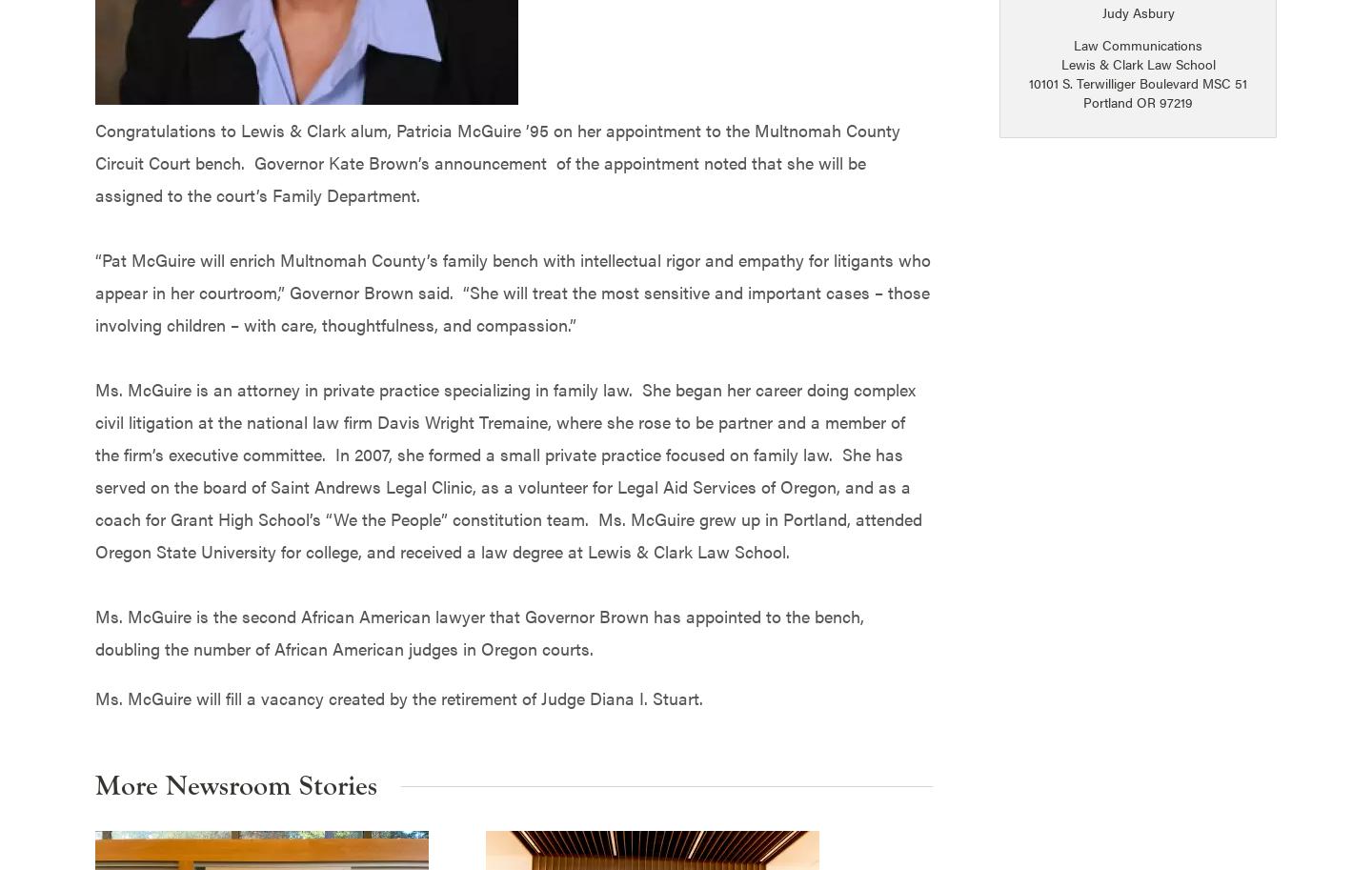 Image resolution: width=1372 pixels, height=870 pixels. I want to click on 'Congratulations to Lewis & Clark alum, Patricia McGuire ’95 on her appointment to the Multnomah County Circuit Court bench.  Governor Kate Brown’s announcement  of the appointment noted that she will be assigned to the court’s Family Department.', so click(496, 161).